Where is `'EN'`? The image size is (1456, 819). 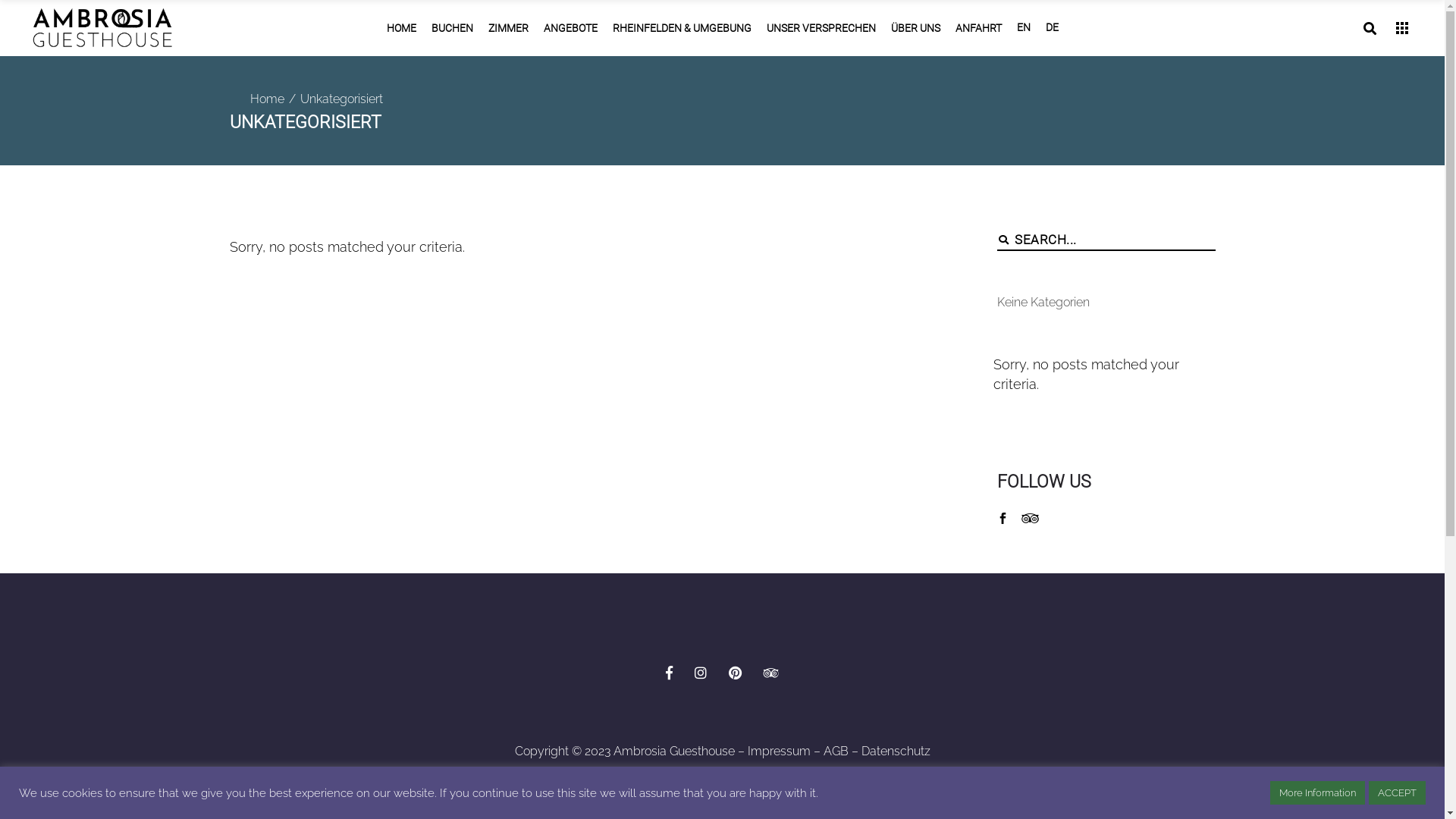
'EN' is located at coordinates (1022, 28).